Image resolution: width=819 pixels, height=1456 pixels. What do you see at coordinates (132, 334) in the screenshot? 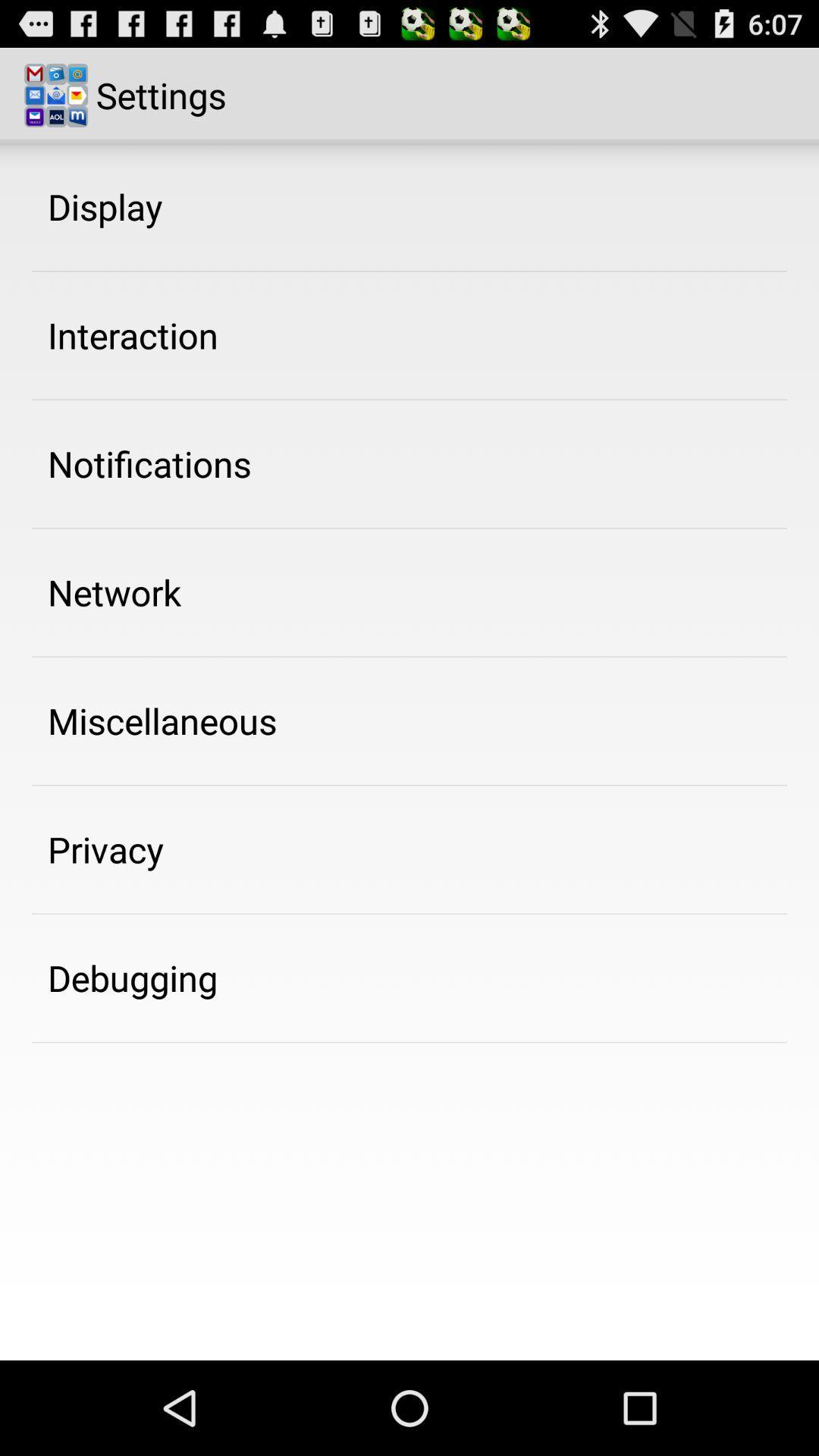
I see `app above the notifications` at bounding box center [132, 334].